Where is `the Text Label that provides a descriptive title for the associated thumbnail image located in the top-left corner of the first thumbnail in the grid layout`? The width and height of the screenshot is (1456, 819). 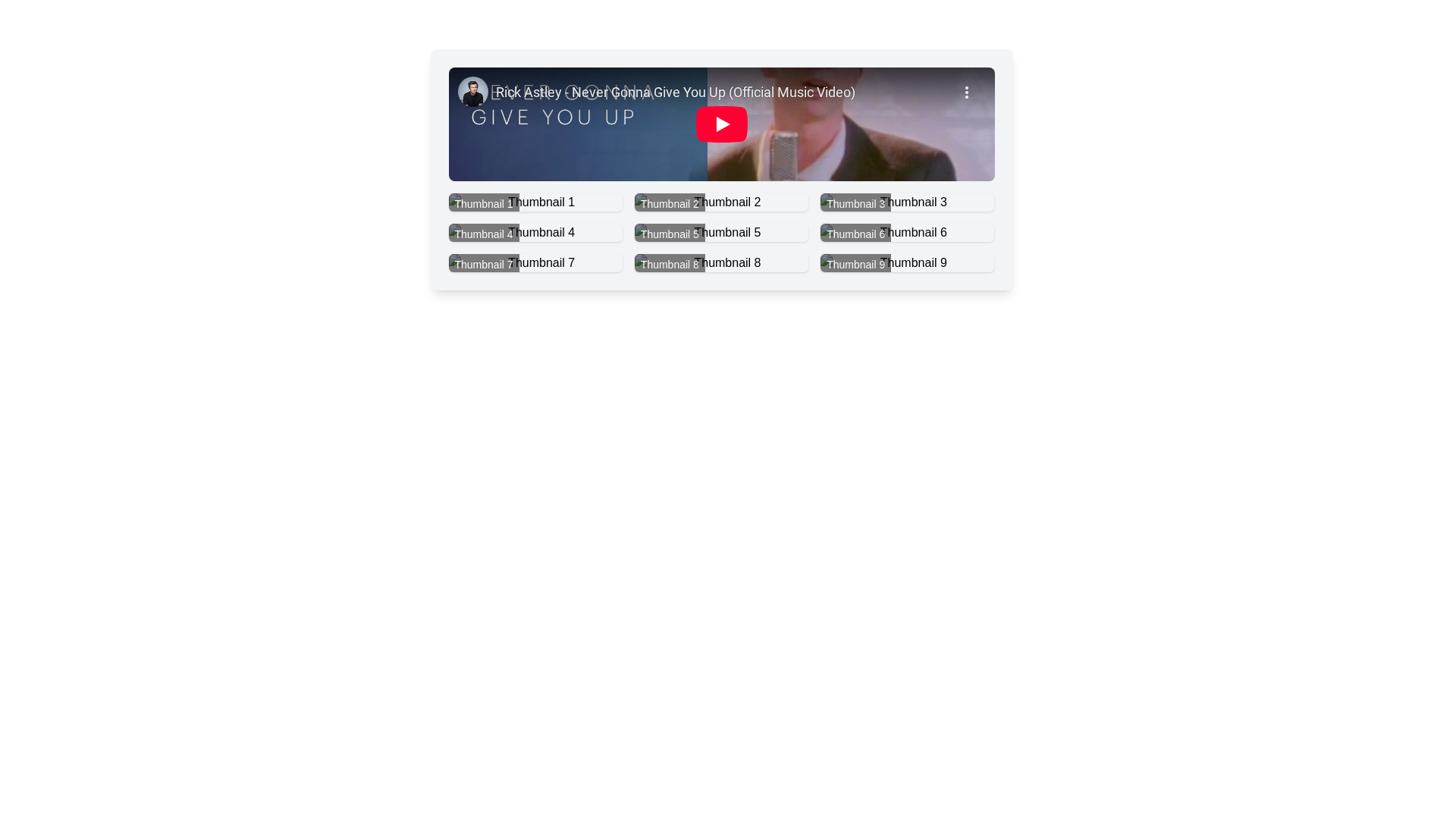 the Text Label that provides a descriptive title for the associated thumbnail image located in the top-left corner of the first thumbnail in the grid layout is located at coordinates (483, 203).